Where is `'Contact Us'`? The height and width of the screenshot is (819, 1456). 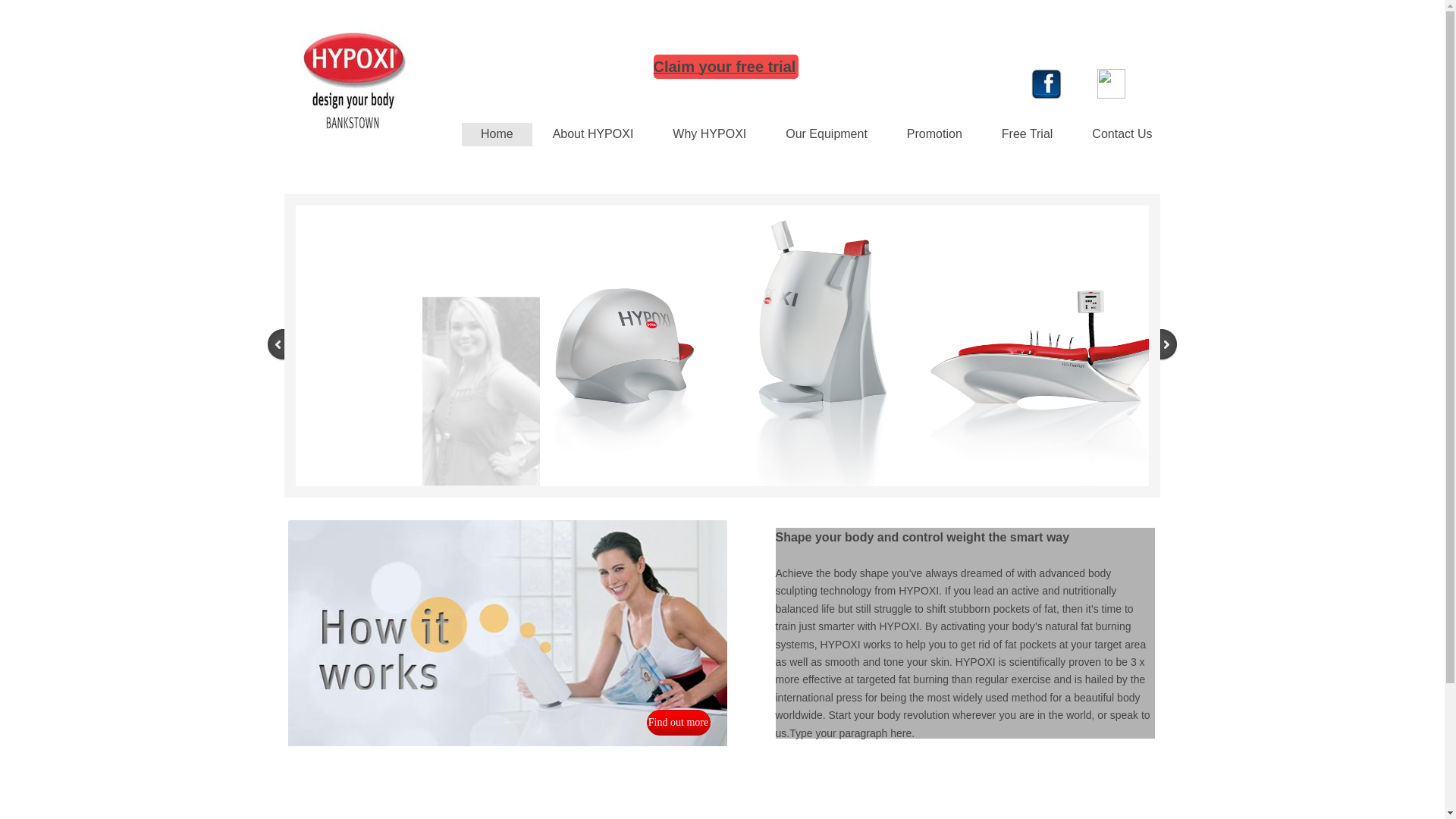 'Contact Us' is located at coordinates (1072, 133).